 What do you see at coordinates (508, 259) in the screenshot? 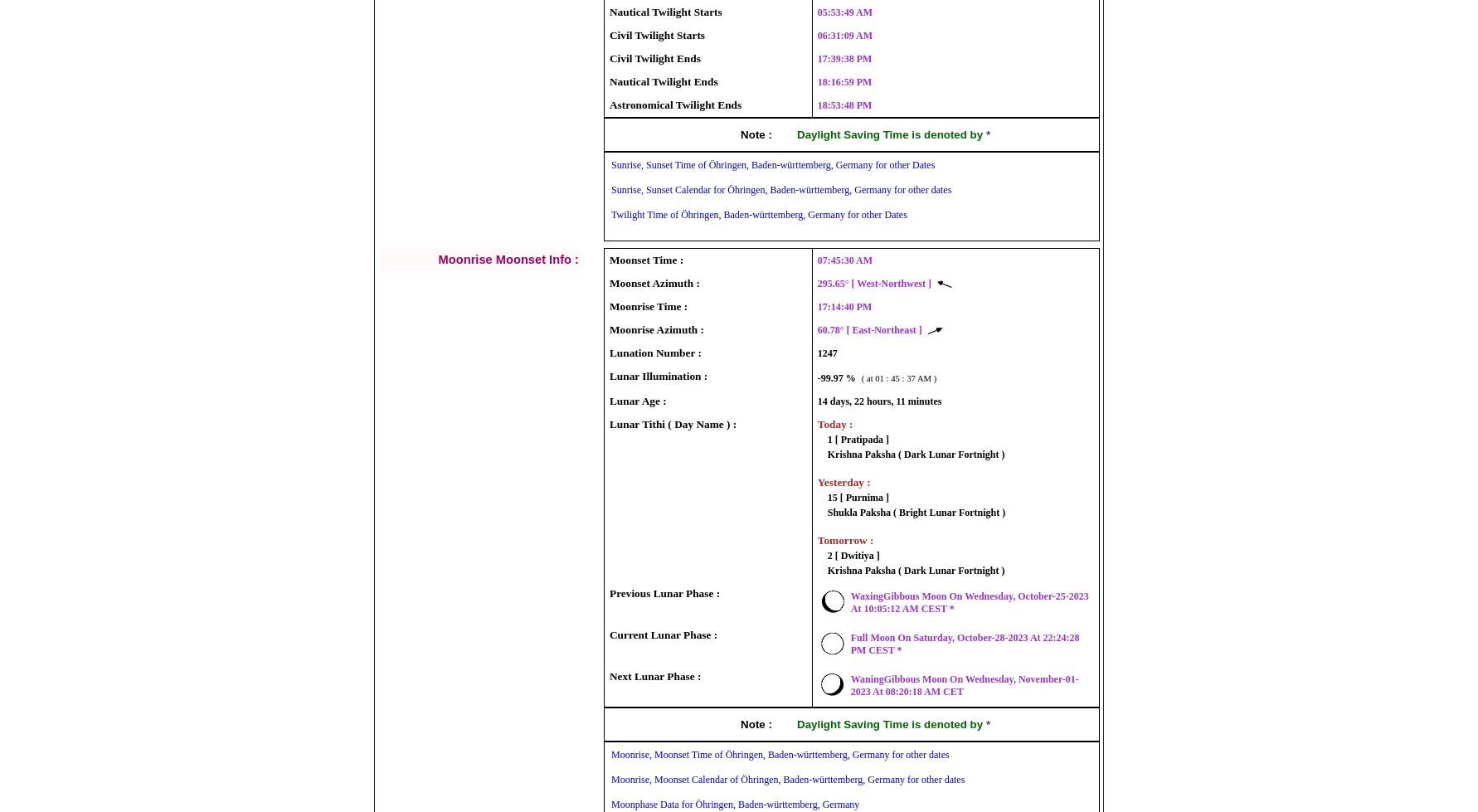
I see `'Moonrise Moonset Info :'` at bounding box center [508, 259].